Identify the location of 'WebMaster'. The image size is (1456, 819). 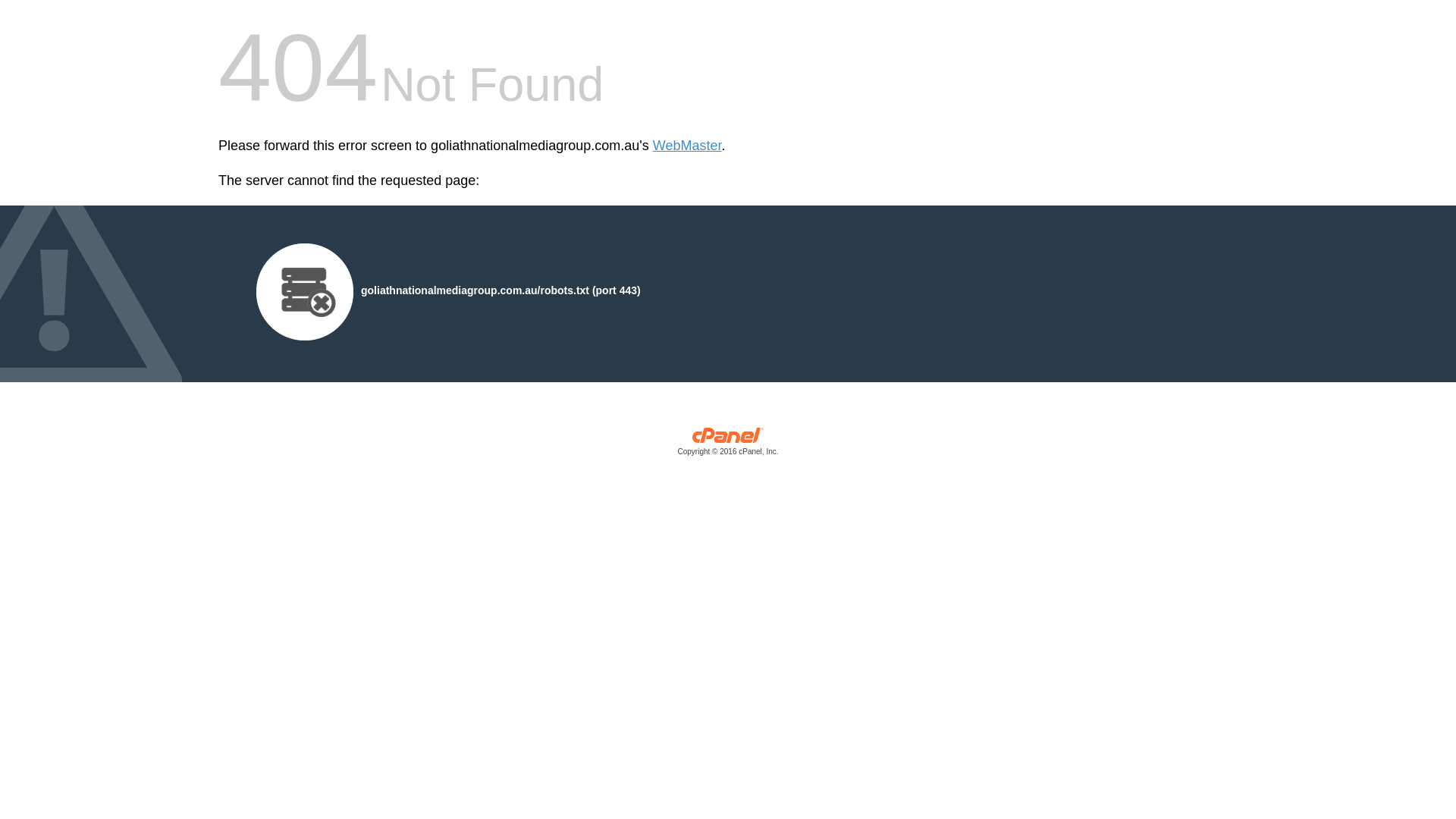
(686, 146).